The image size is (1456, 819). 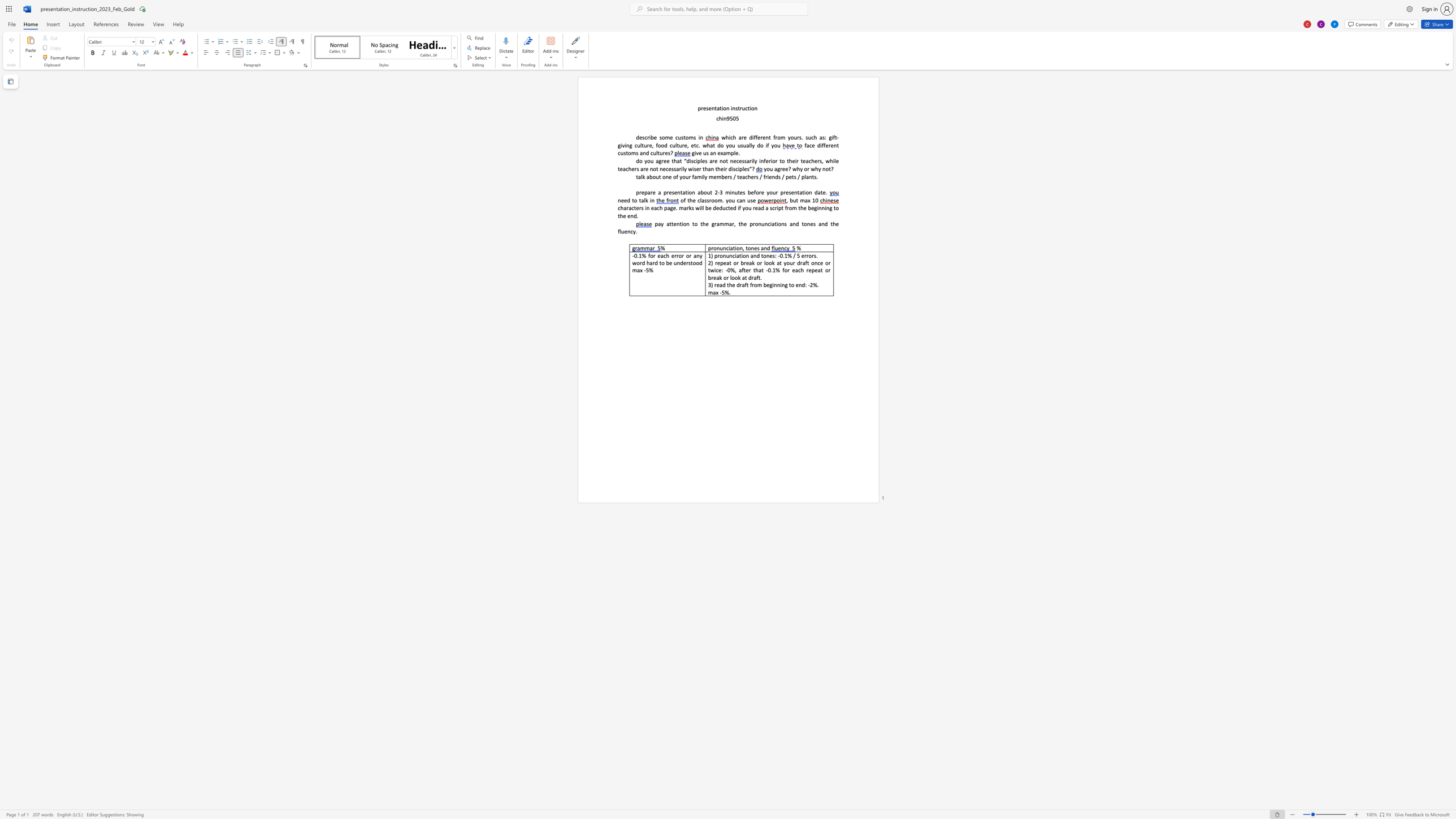 I want to click on the 1th character "t" in the text, so click(x=715, y=108).